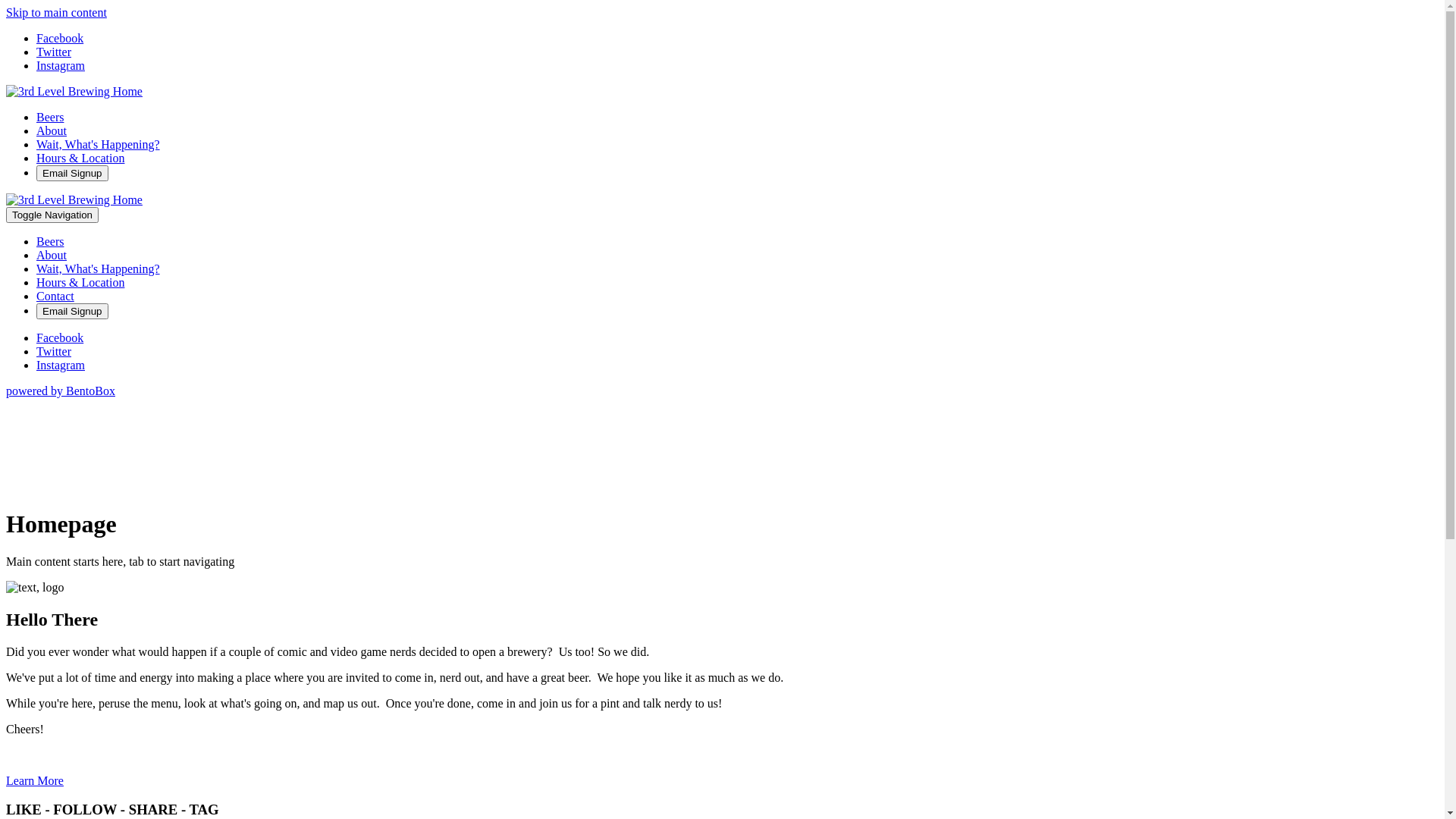  What do you see at coordinates (36, 268) in the screenshot?
I see `'Wait, What's Happening?'` at bounding box center [36, 268].